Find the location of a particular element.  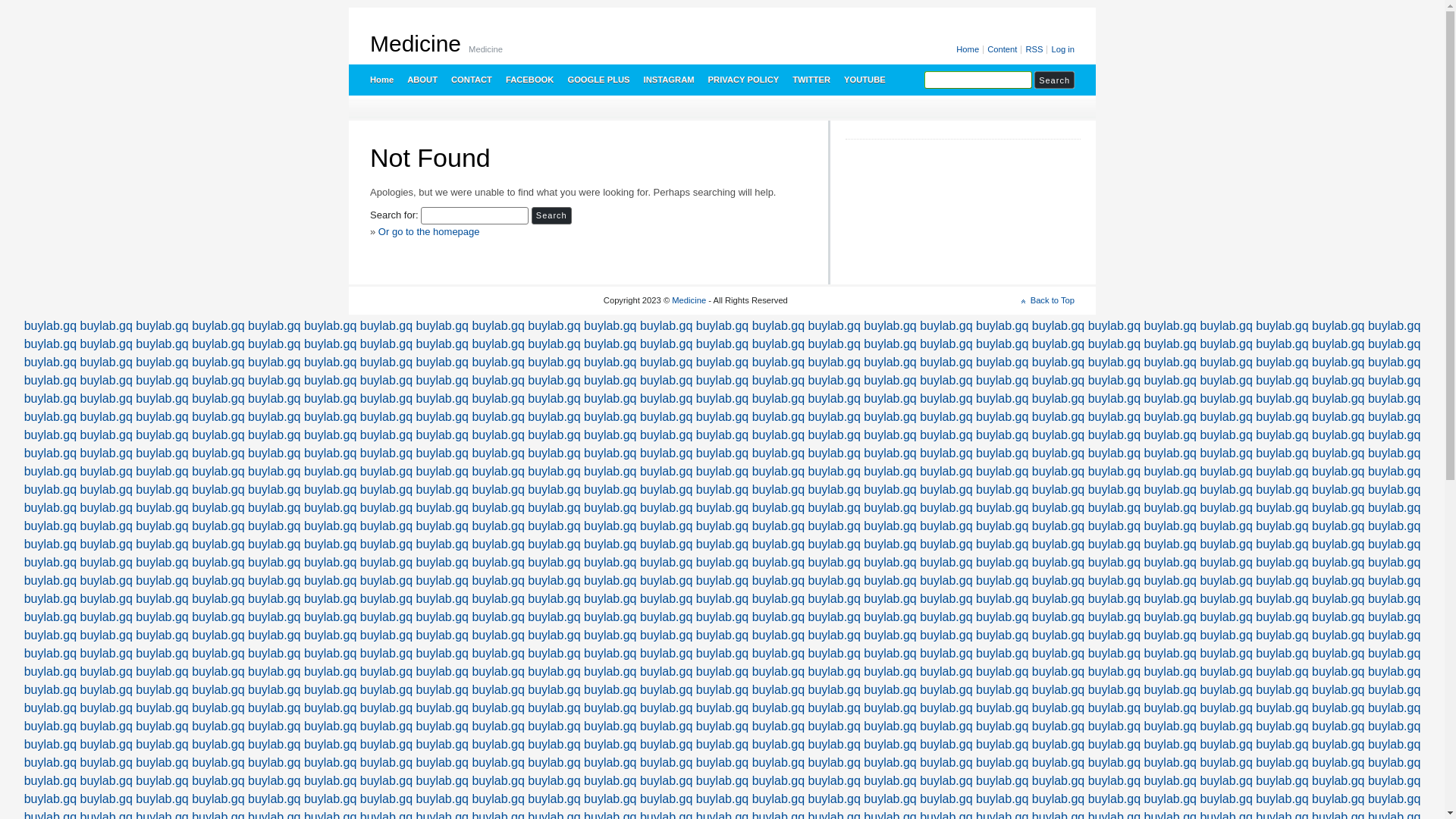

'buylab.gq' is located at coordinates (105, 344).